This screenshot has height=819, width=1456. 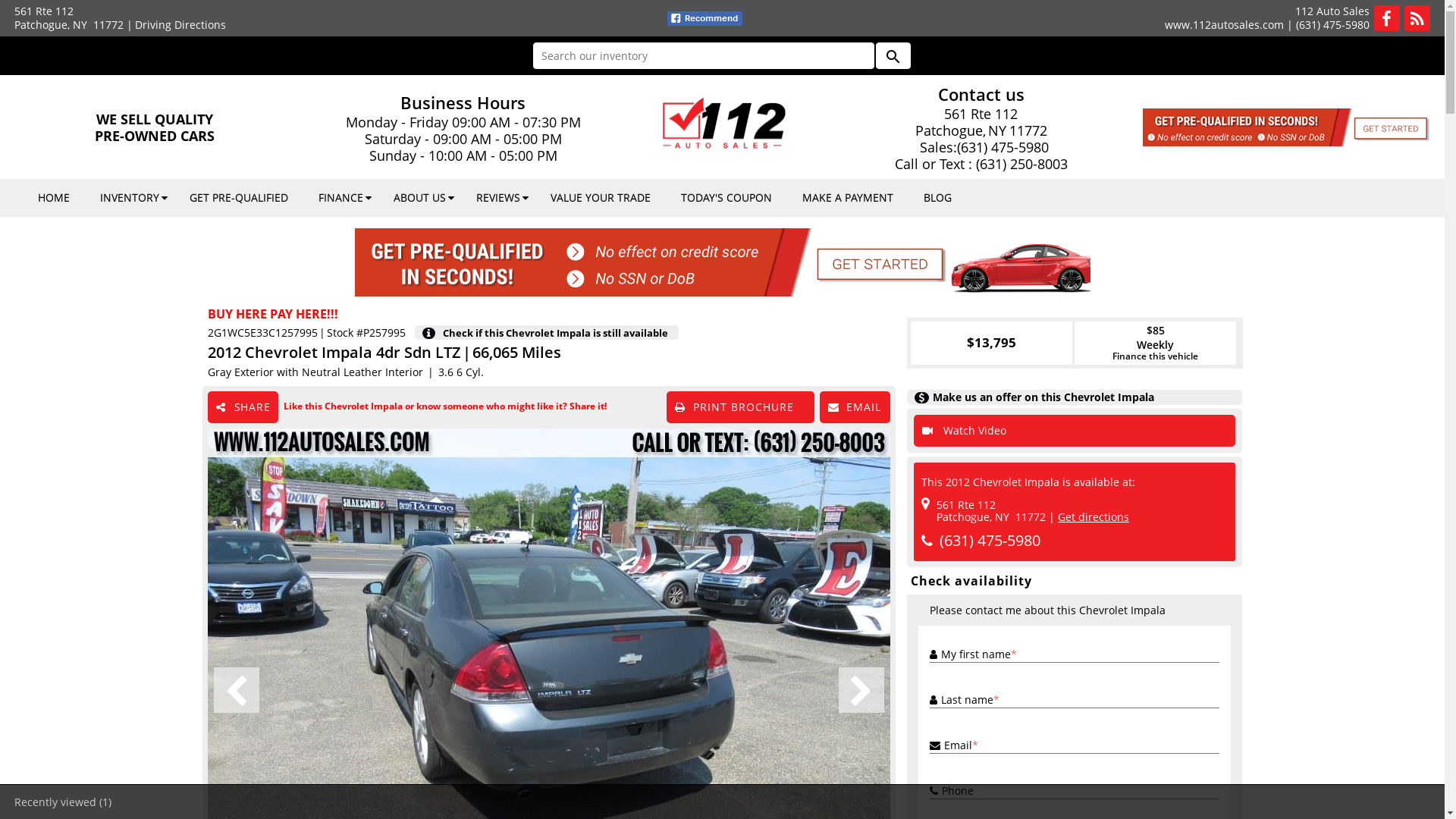 What do you see at coordinates (1332, 24) in the screenshot?
I see `'(631) 475-5980'` at bounding box center [1332, 24].